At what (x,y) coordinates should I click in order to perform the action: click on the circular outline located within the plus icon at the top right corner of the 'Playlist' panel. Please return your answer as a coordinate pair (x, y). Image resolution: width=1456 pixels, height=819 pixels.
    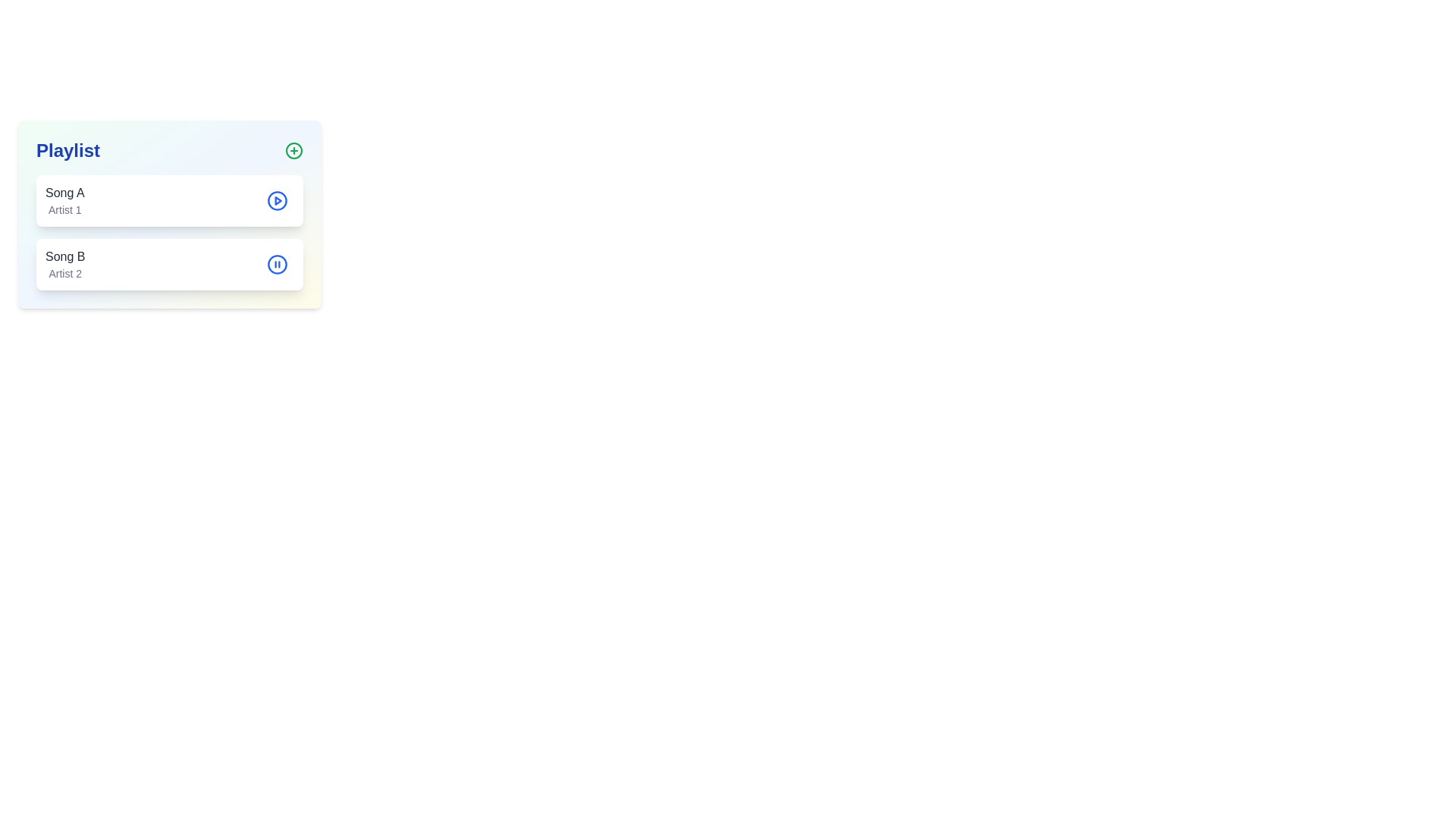
    Looking at the image, I should click on (294, 151).